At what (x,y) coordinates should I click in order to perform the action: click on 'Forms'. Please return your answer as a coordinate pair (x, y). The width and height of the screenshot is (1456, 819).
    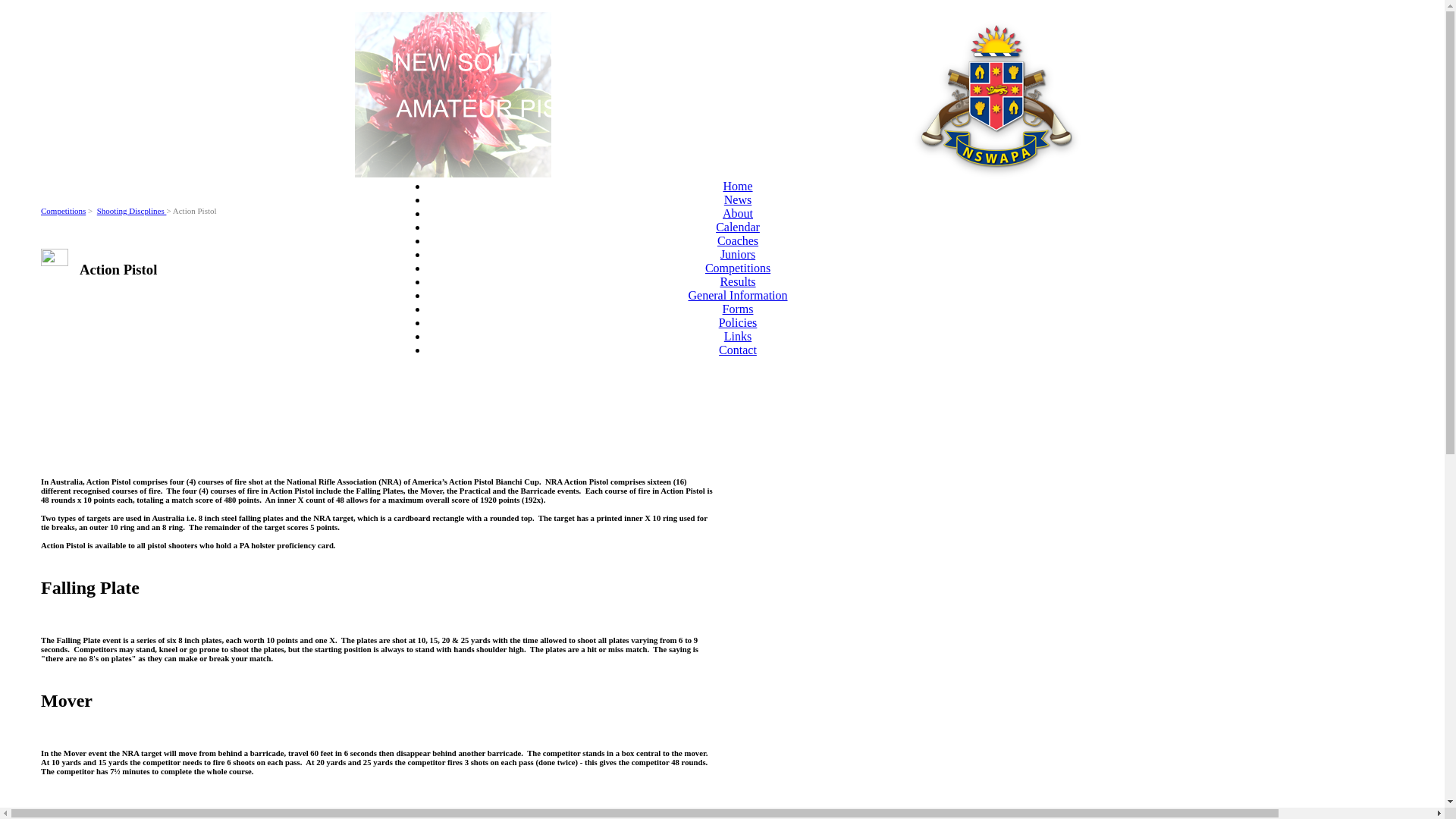
    Looking at the image, I should click on (722, 308).